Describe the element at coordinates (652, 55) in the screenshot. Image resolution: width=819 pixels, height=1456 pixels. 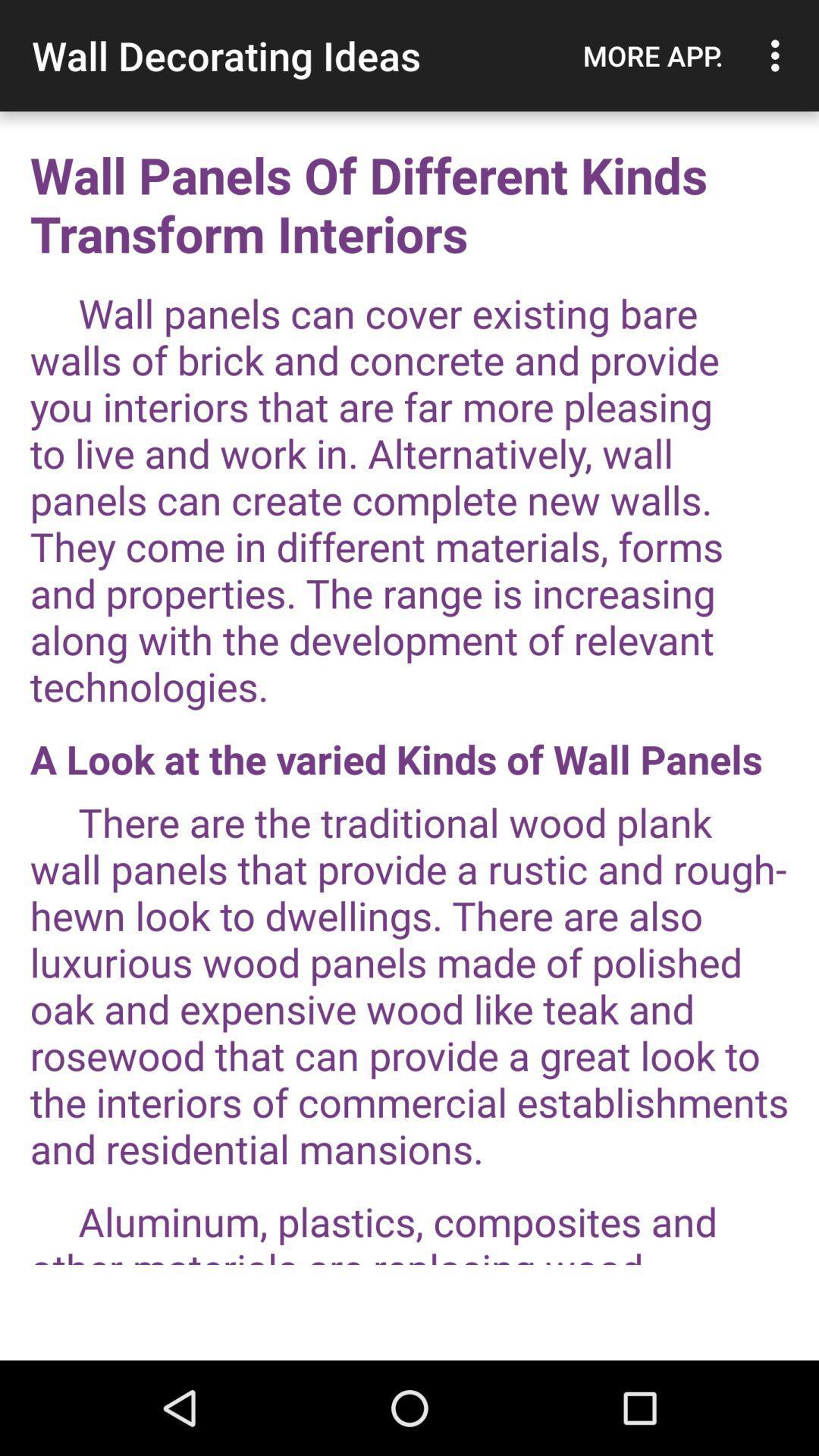
I see `icon above the wall panels of` at that location.